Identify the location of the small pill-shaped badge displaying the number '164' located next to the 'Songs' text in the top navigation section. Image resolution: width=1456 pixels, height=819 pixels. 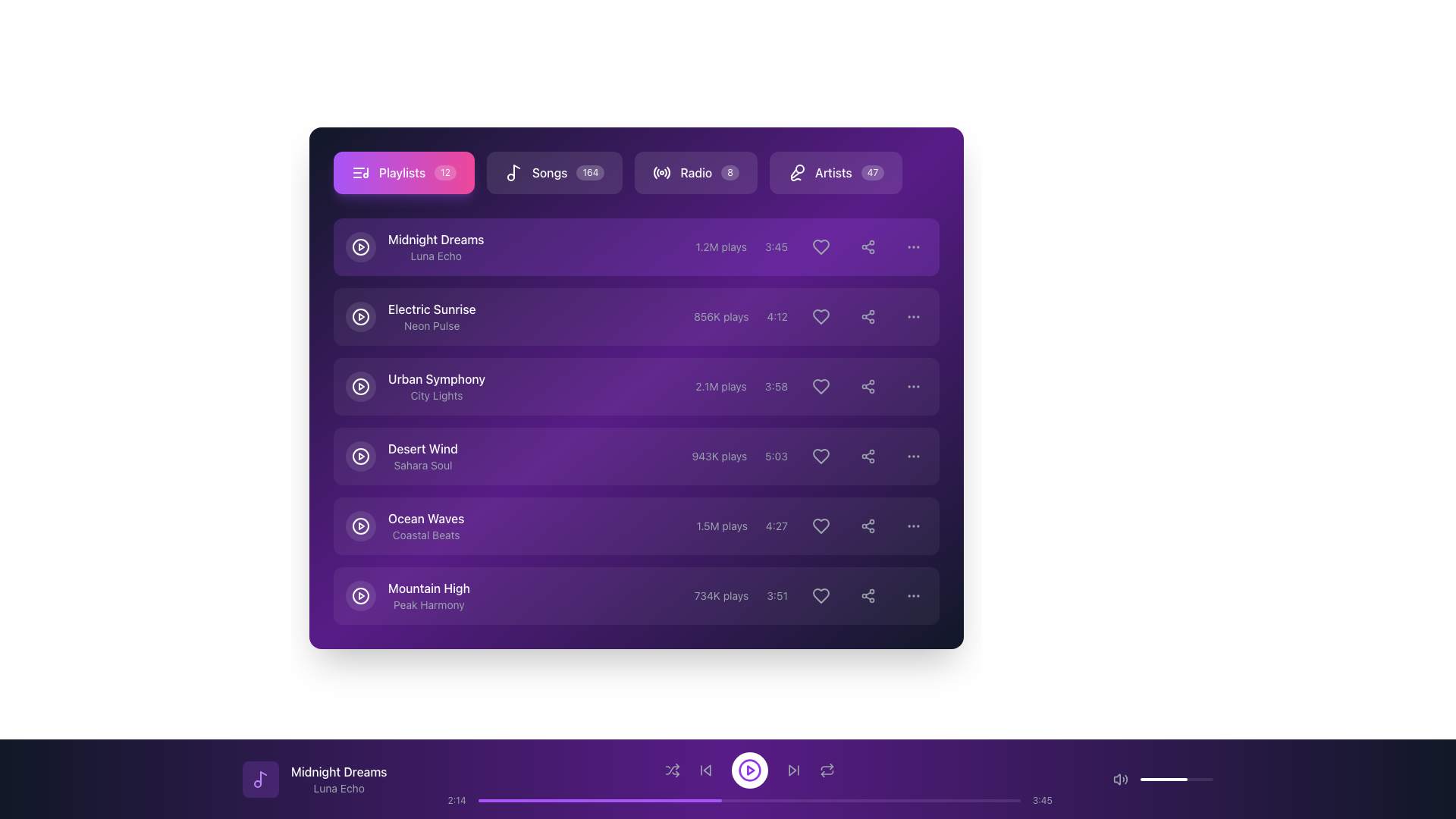
(589, 171).